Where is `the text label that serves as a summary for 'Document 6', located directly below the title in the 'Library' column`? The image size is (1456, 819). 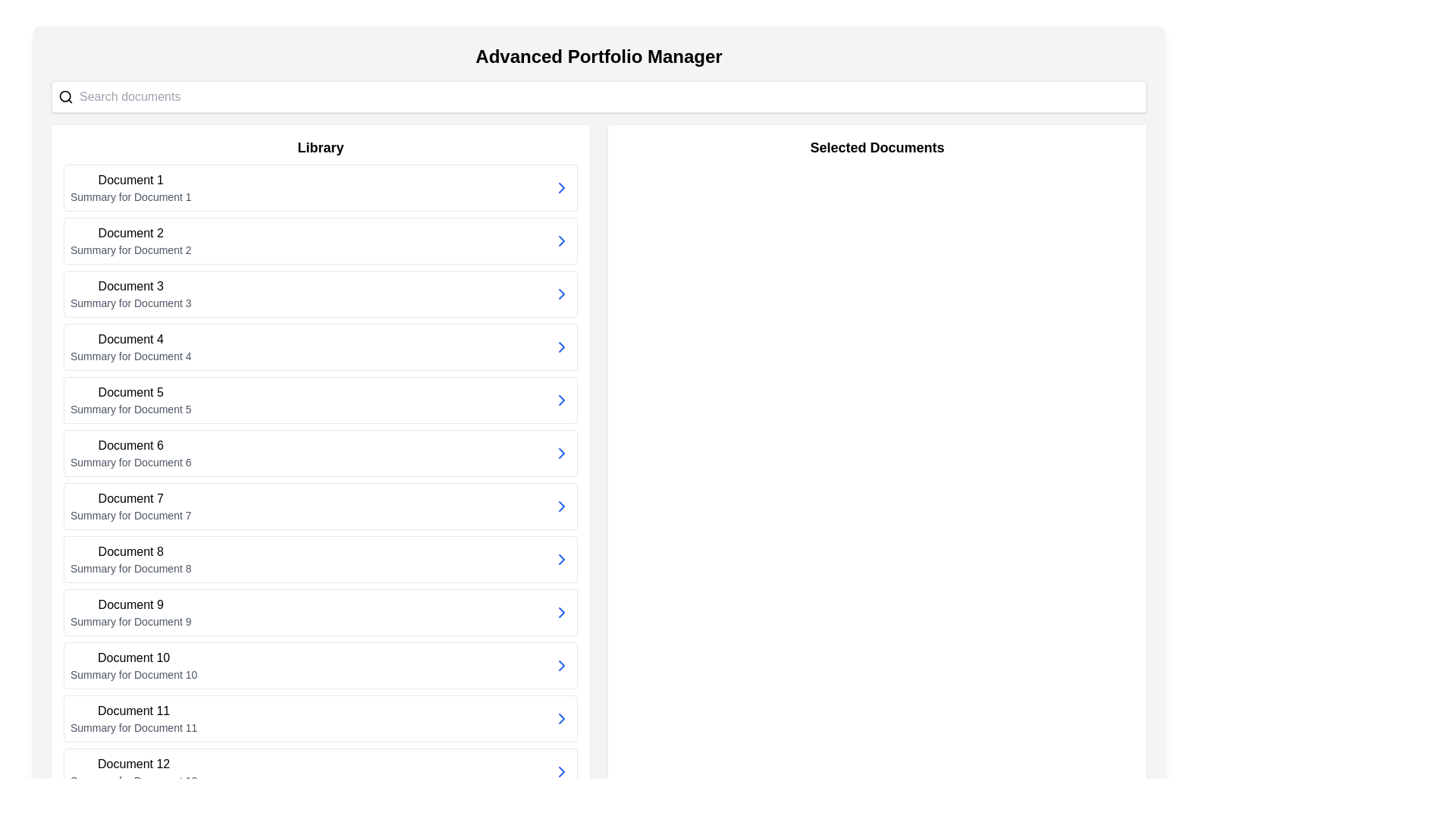 the text label that serves as a summary for 'Document 6', located directly below the title in the 'Library' column is located at coordinates (130, 461).